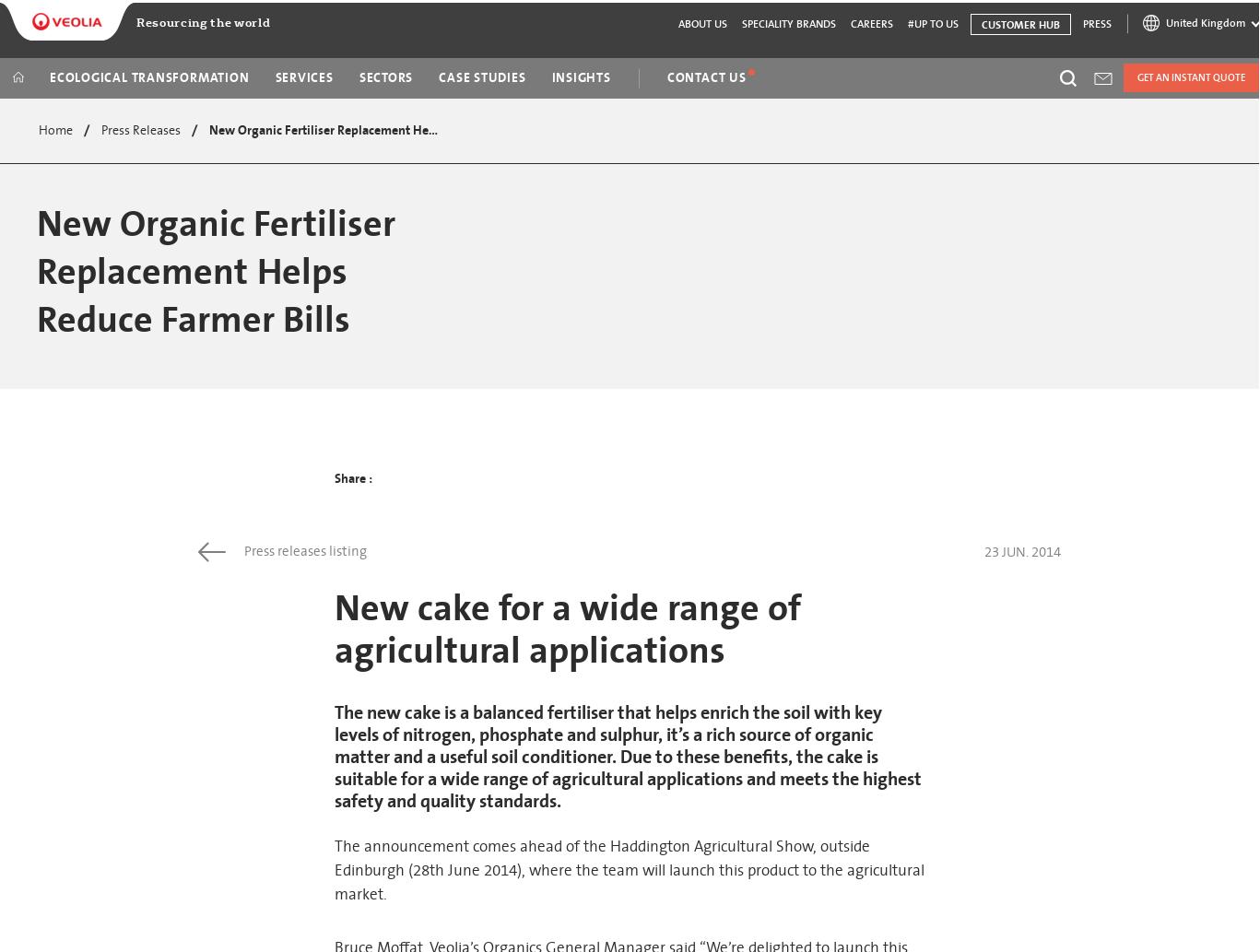 Image resolution: width=1260 pixels, height=952 pixels. Describe the element at coordinates (717, 288) in the screenshot. I see `'Australia and New Zealand'` at that location.